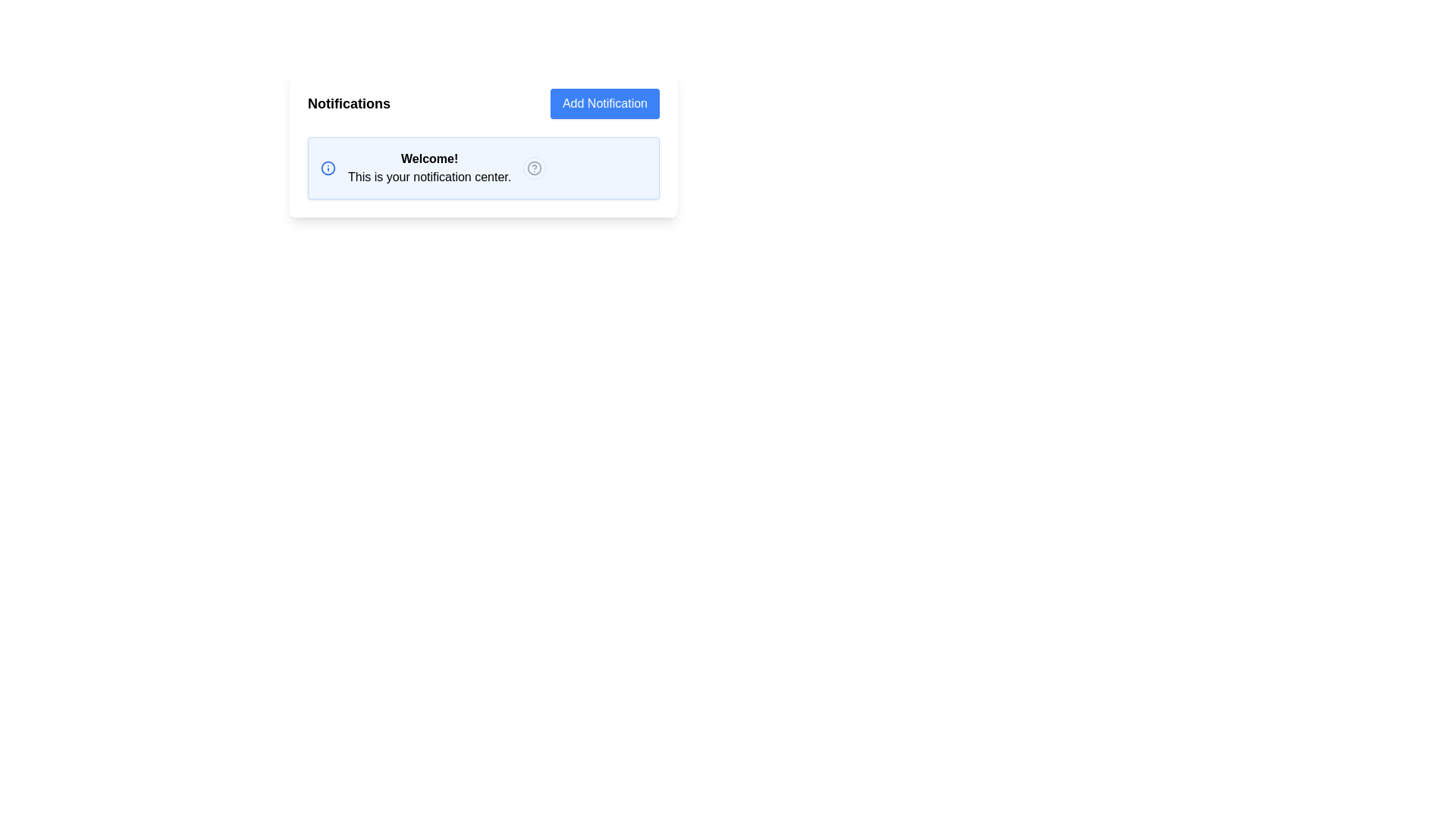 Image resolution: width=1456 pixels, height=819 pixels. I want to click on the circular icon with a question mark symbol located in the top-right corner of the notification box to observe a style change, so click(535, 168).